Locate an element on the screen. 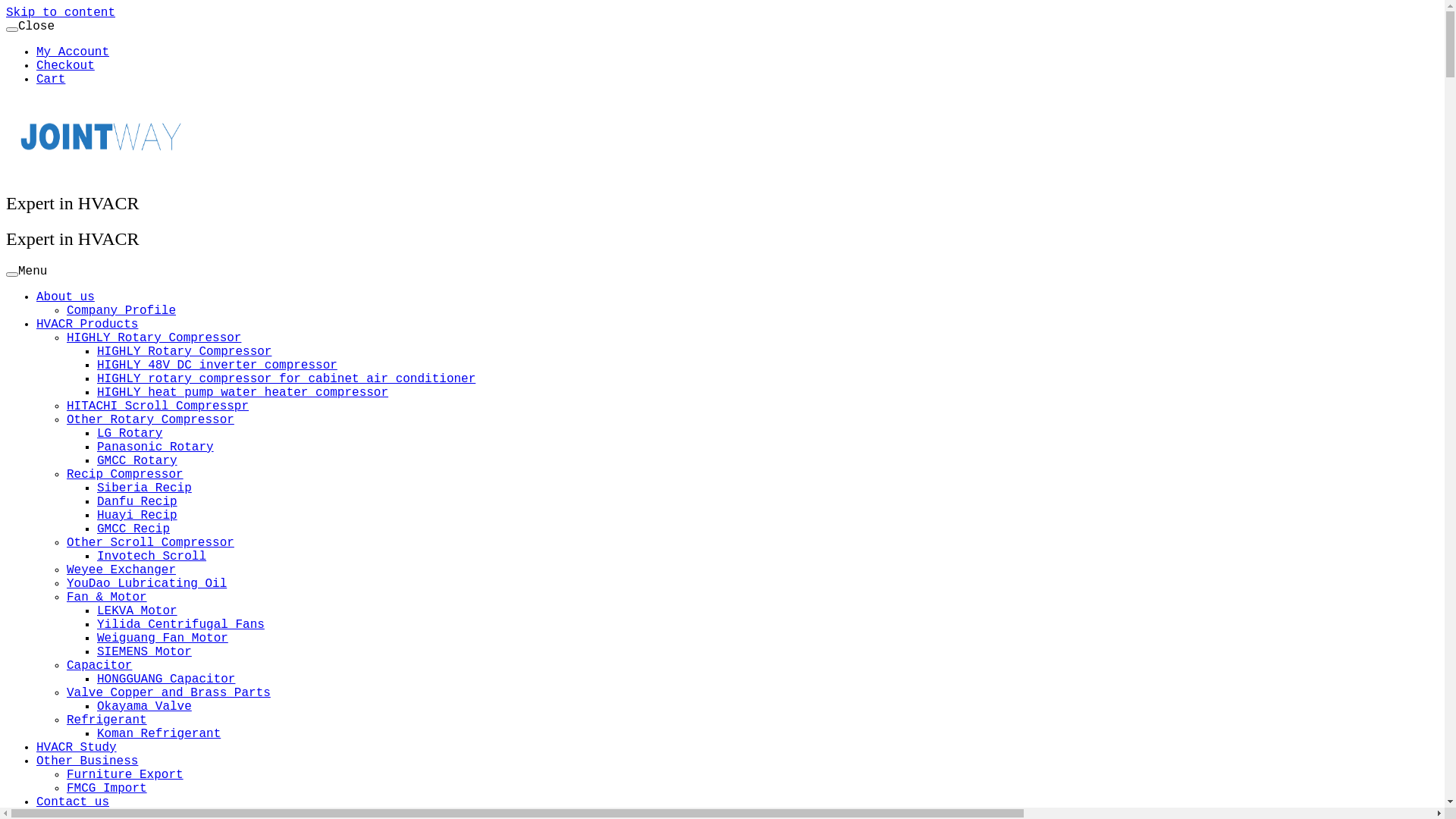 The height and width of the screenshot is (819, 1456). 'Koman Refrigerant' is located at coordinates (158, 733).